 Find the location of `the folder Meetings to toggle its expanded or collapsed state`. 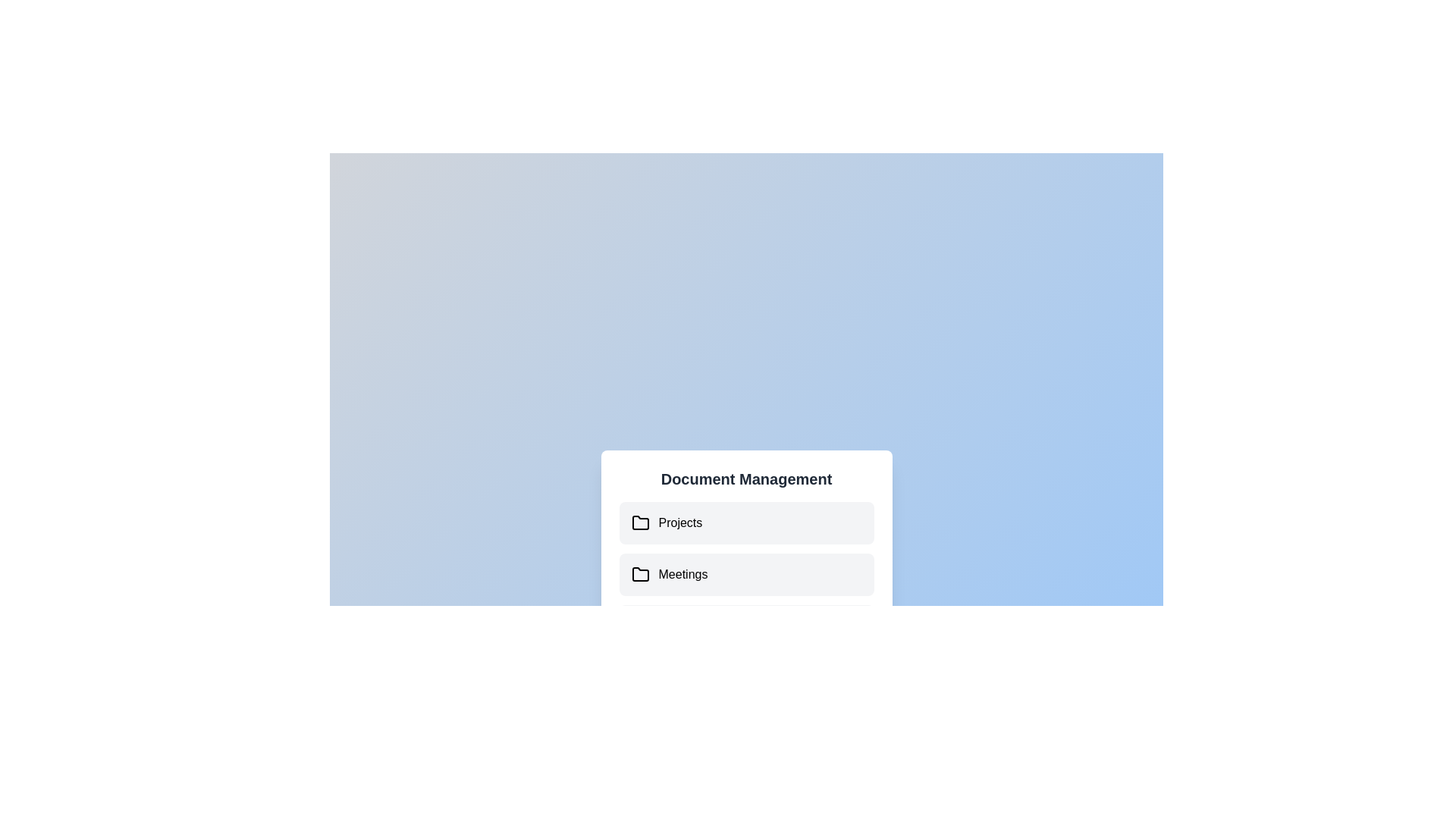

the folder Meetings to toggle its expanded or collapsed state is located at coordinates (746, 575).